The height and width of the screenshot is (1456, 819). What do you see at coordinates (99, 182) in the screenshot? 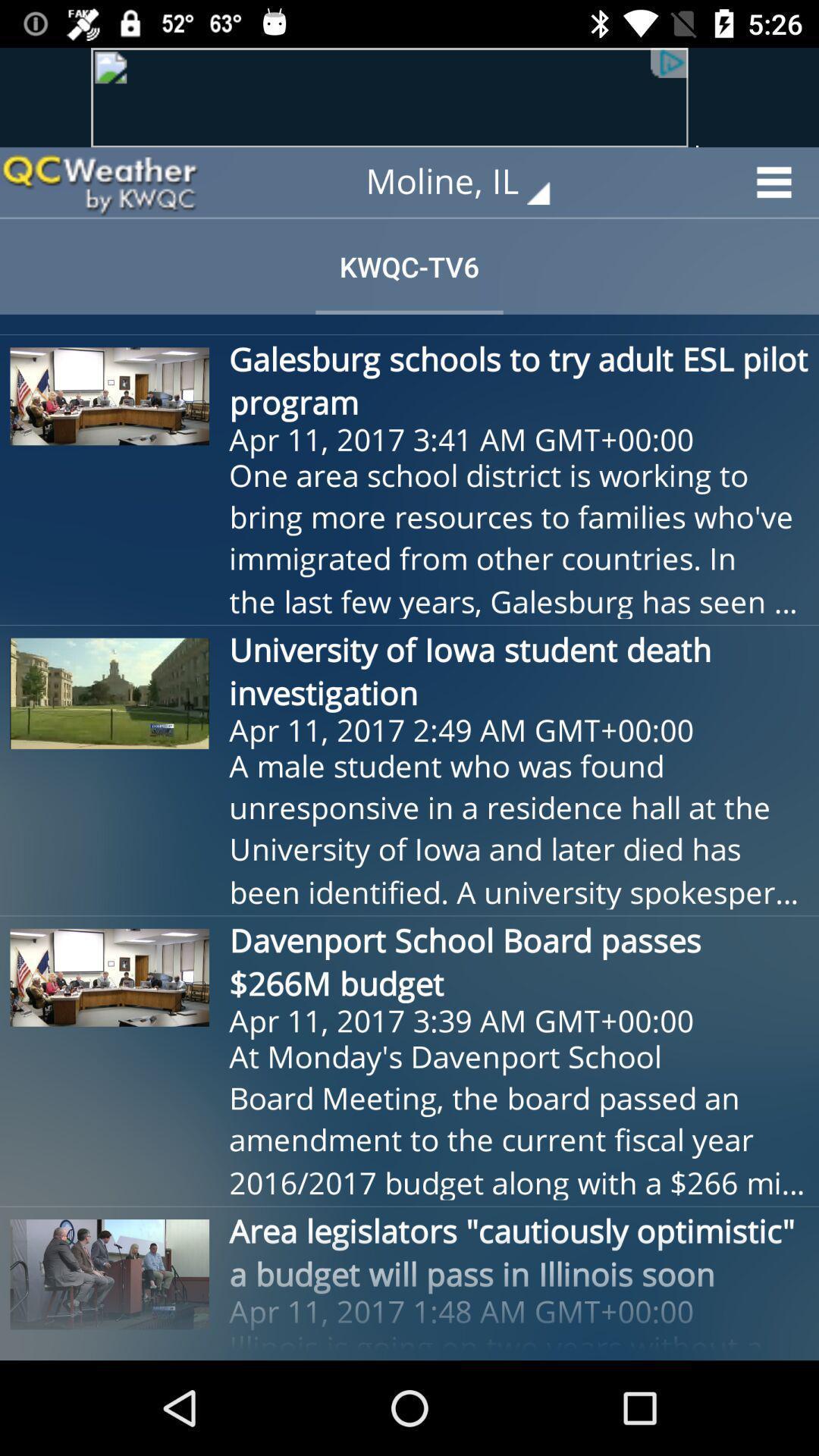
I see `the item to the left of moline, il` at bounding box center [99, 182].